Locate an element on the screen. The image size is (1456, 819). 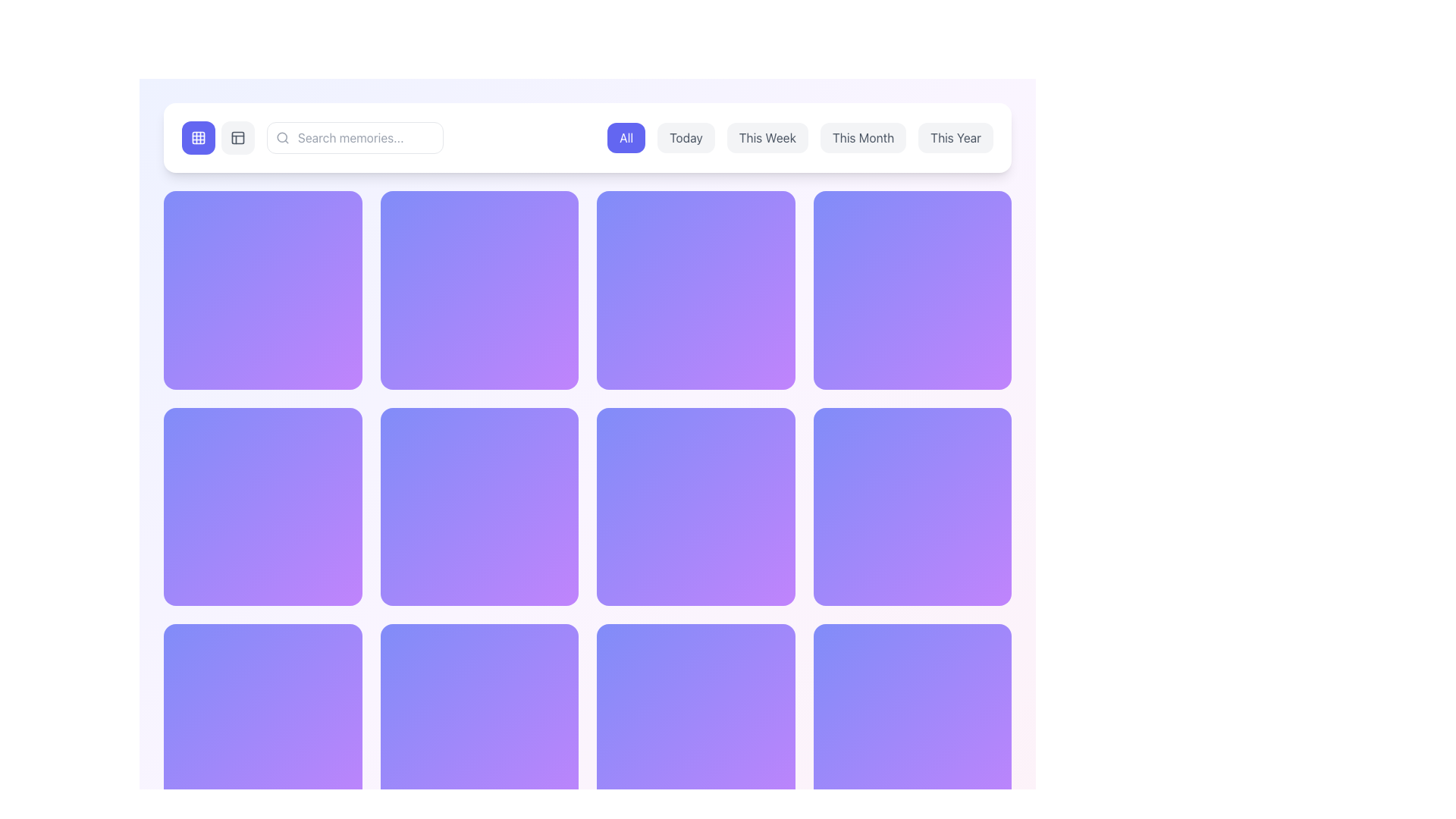
the SVG heart icon located at the bottom left corner of the grid-like card, styled with a stroke outline and a white fill, for visual feedback is located at coordinates (181, 585).